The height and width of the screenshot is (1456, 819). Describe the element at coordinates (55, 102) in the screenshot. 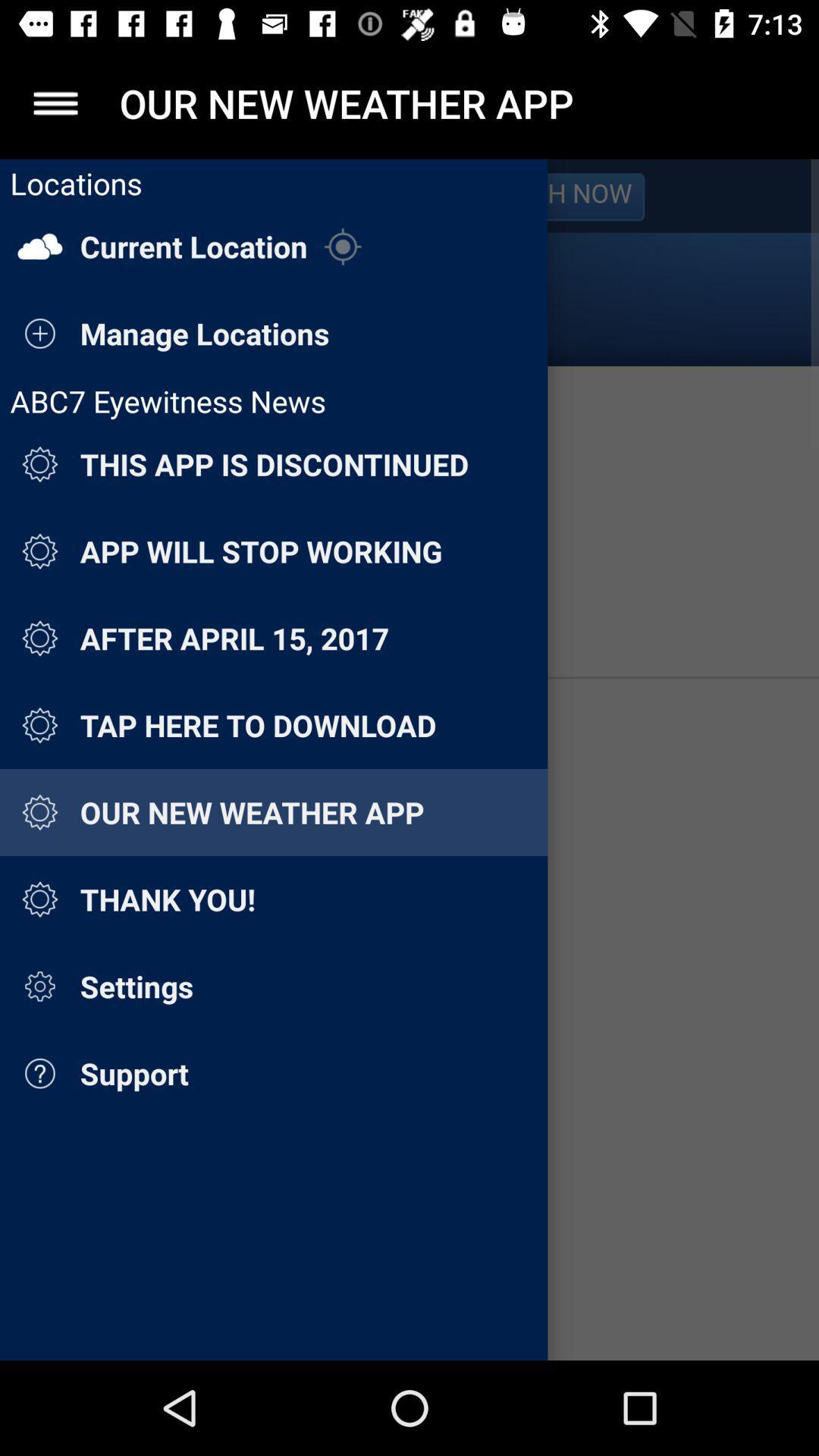

I see `menu toggle` at that location.